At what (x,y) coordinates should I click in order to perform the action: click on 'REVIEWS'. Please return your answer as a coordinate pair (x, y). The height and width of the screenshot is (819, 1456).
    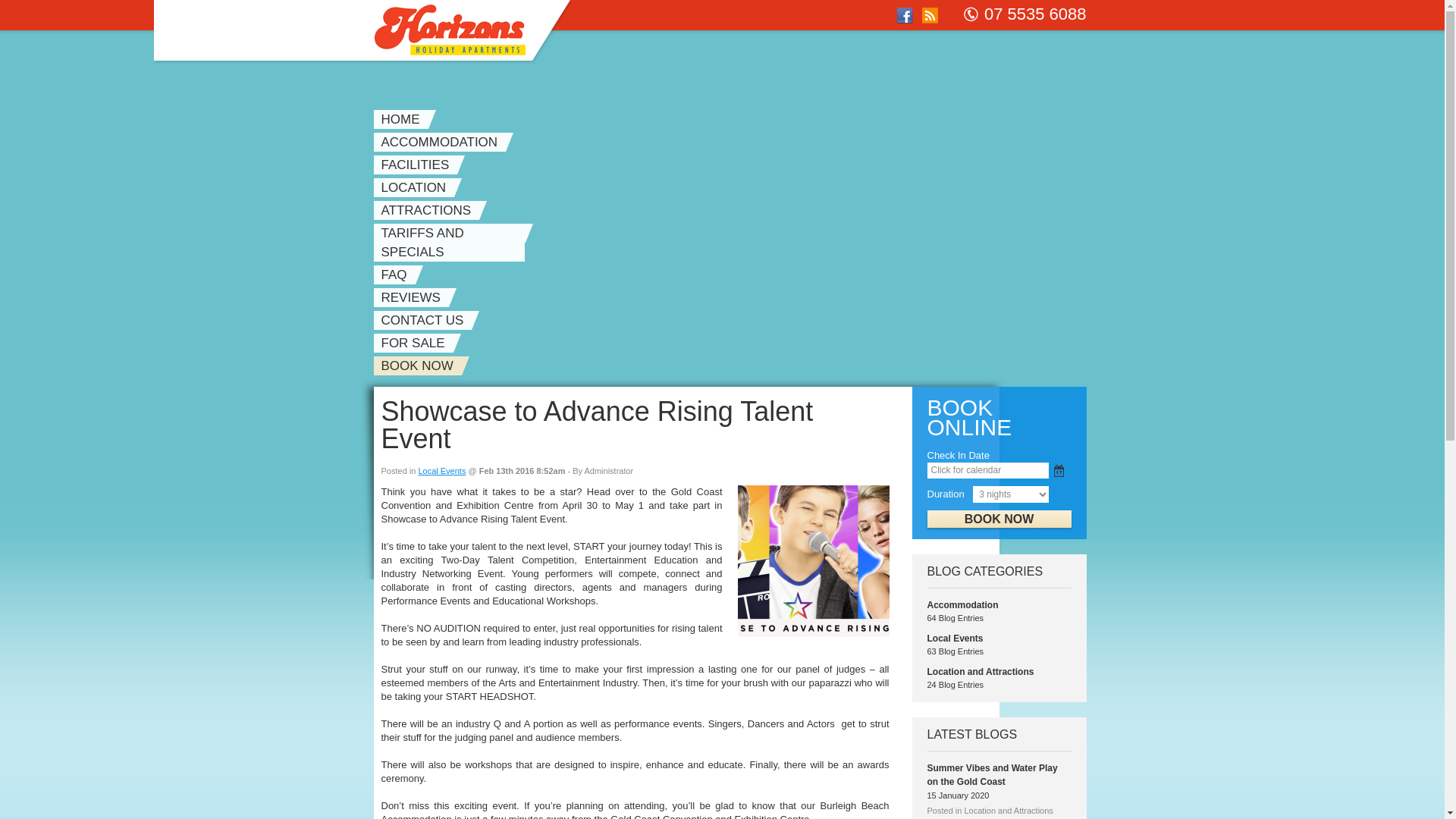
    Looking at the image, I should click on (414, 297).